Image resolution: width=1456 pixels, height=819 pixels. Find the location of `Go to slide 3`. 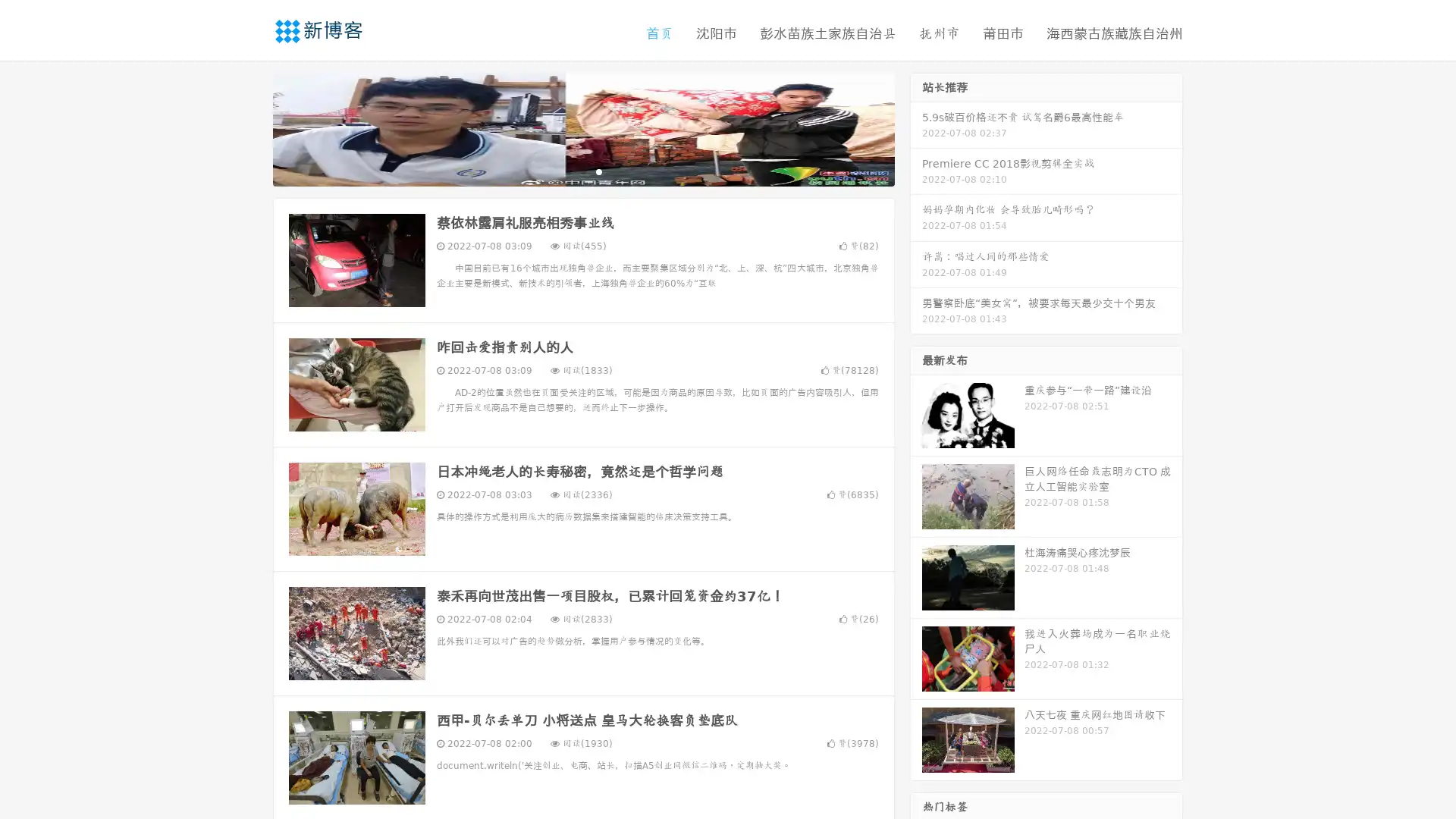

Go to slide 3 is located at coordinates (598, 171).